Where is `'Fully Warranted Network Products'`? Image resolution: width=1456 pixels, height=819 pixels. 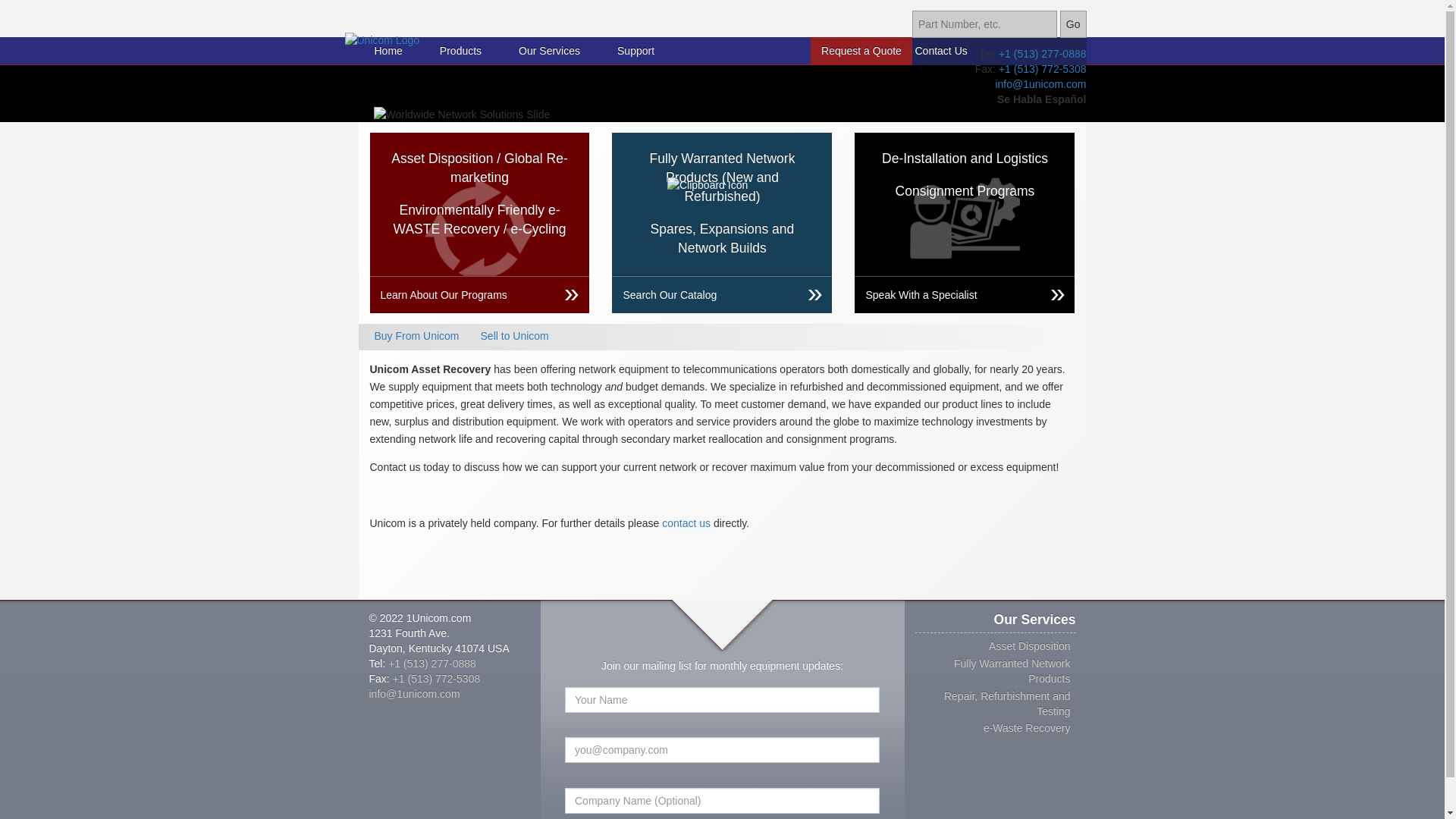
'Fully Warranted Network Products' is located at coordinates (1012, 670).